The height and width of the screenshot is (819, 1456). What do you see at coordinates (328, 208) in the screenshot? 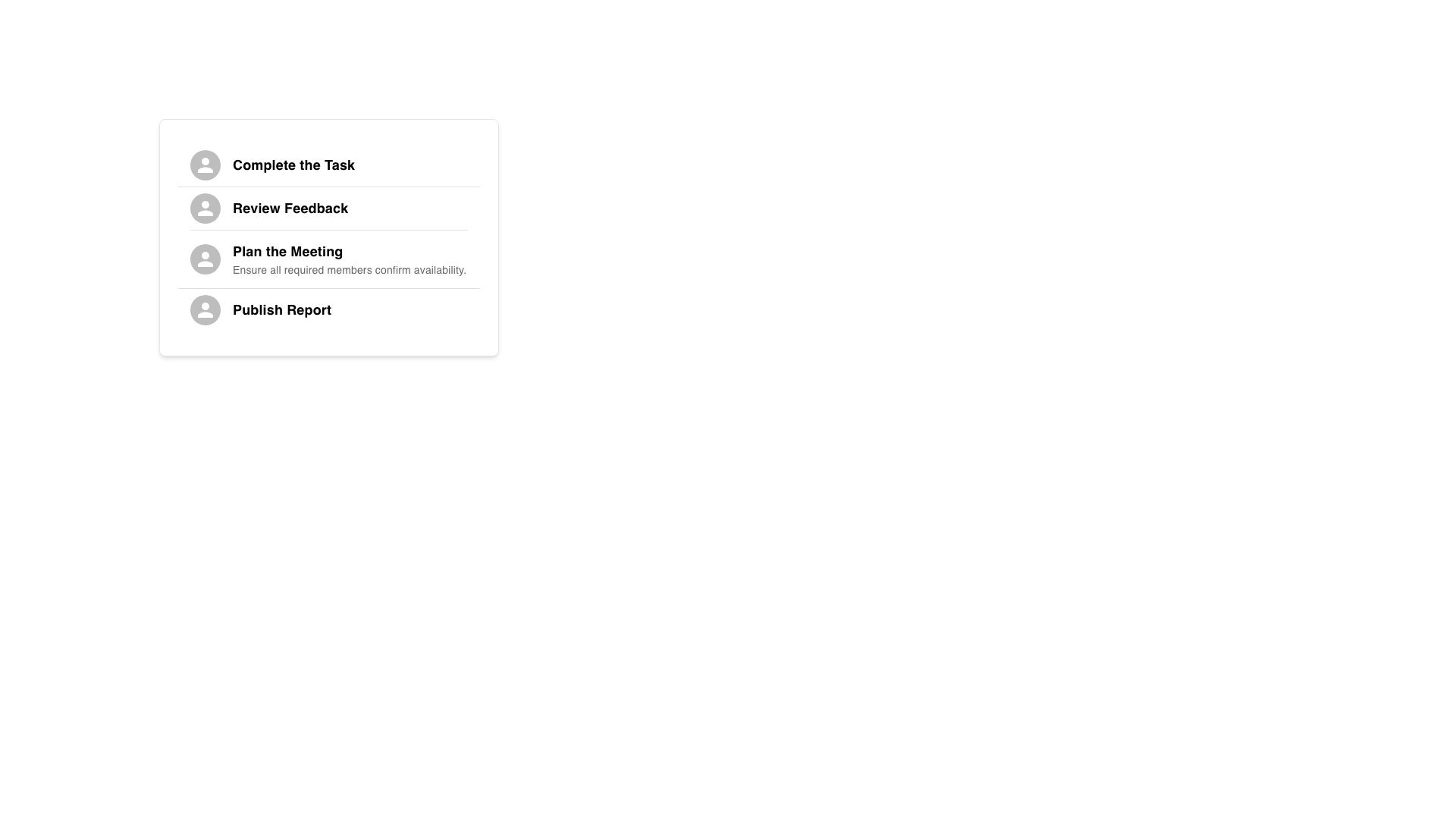
I see `the second list item labeled 'Review Feedback'` at bounding box center [328, 208].